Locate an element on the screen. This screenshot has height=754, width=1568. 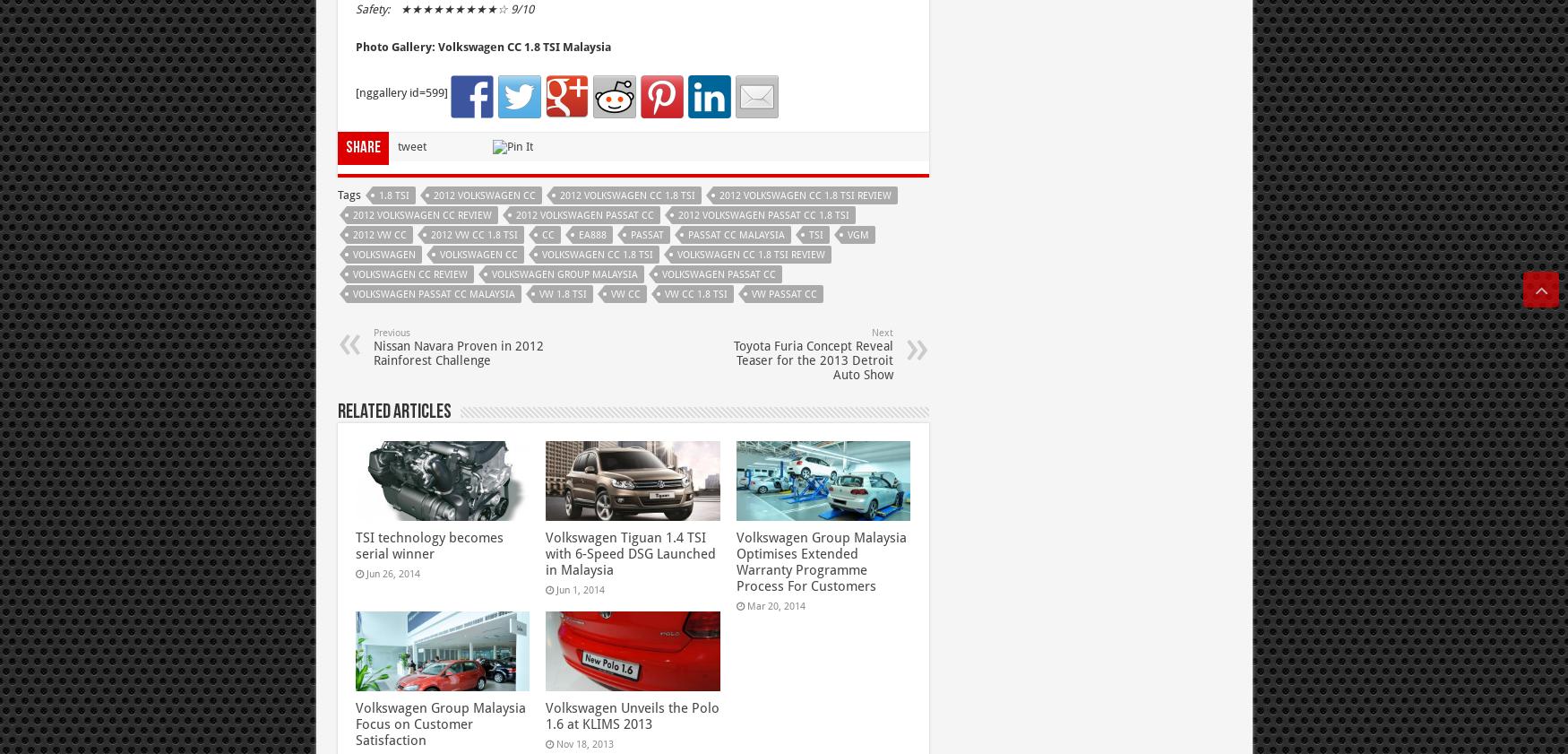
'VGM' is located at coordinates (857, 233).